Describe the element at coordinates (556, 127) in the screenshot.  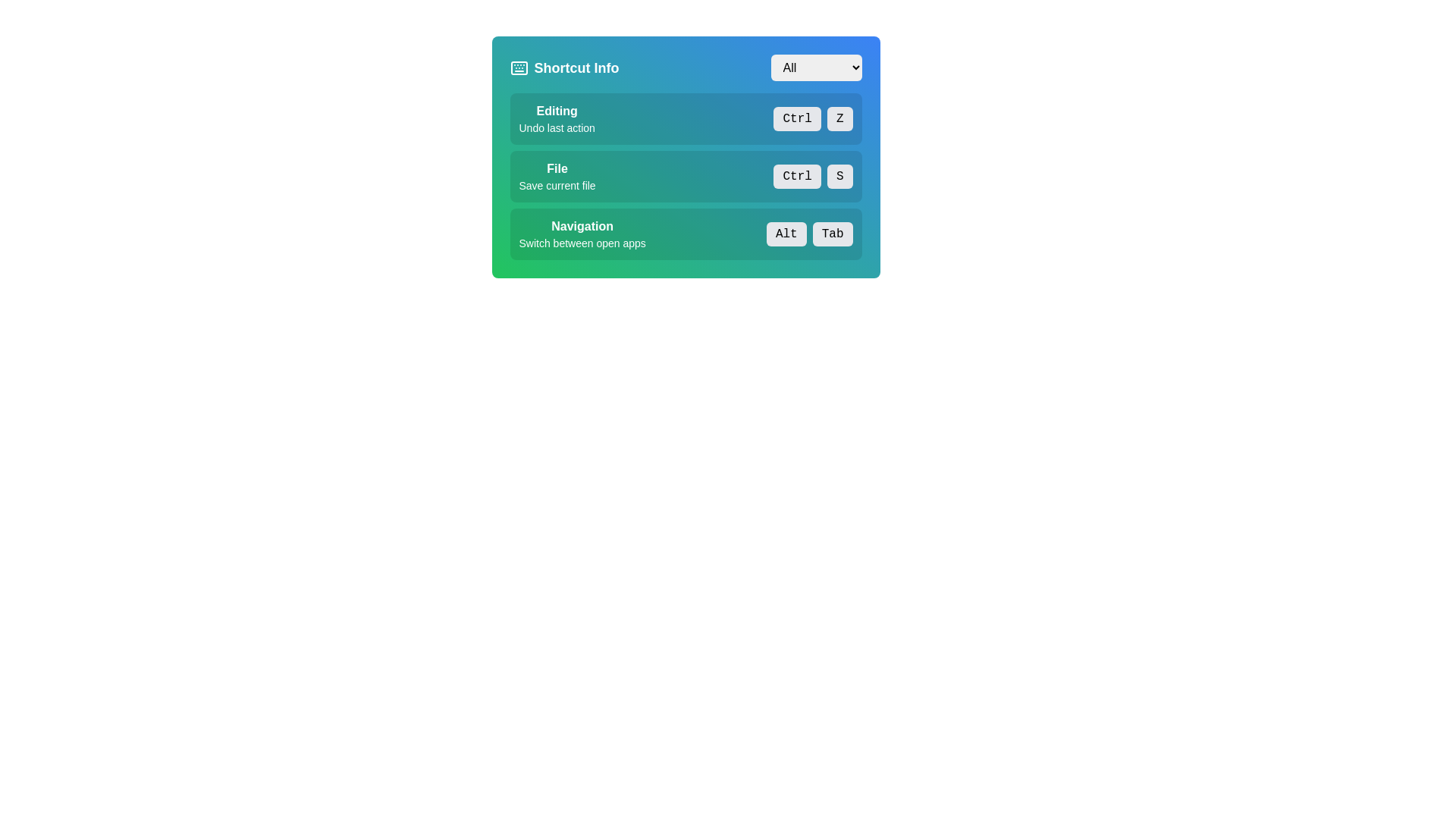
I see `the text label that describes the undo operation associated with the shortcut 'Ctrl+Z', located below the 'Editing' heading` at that location.